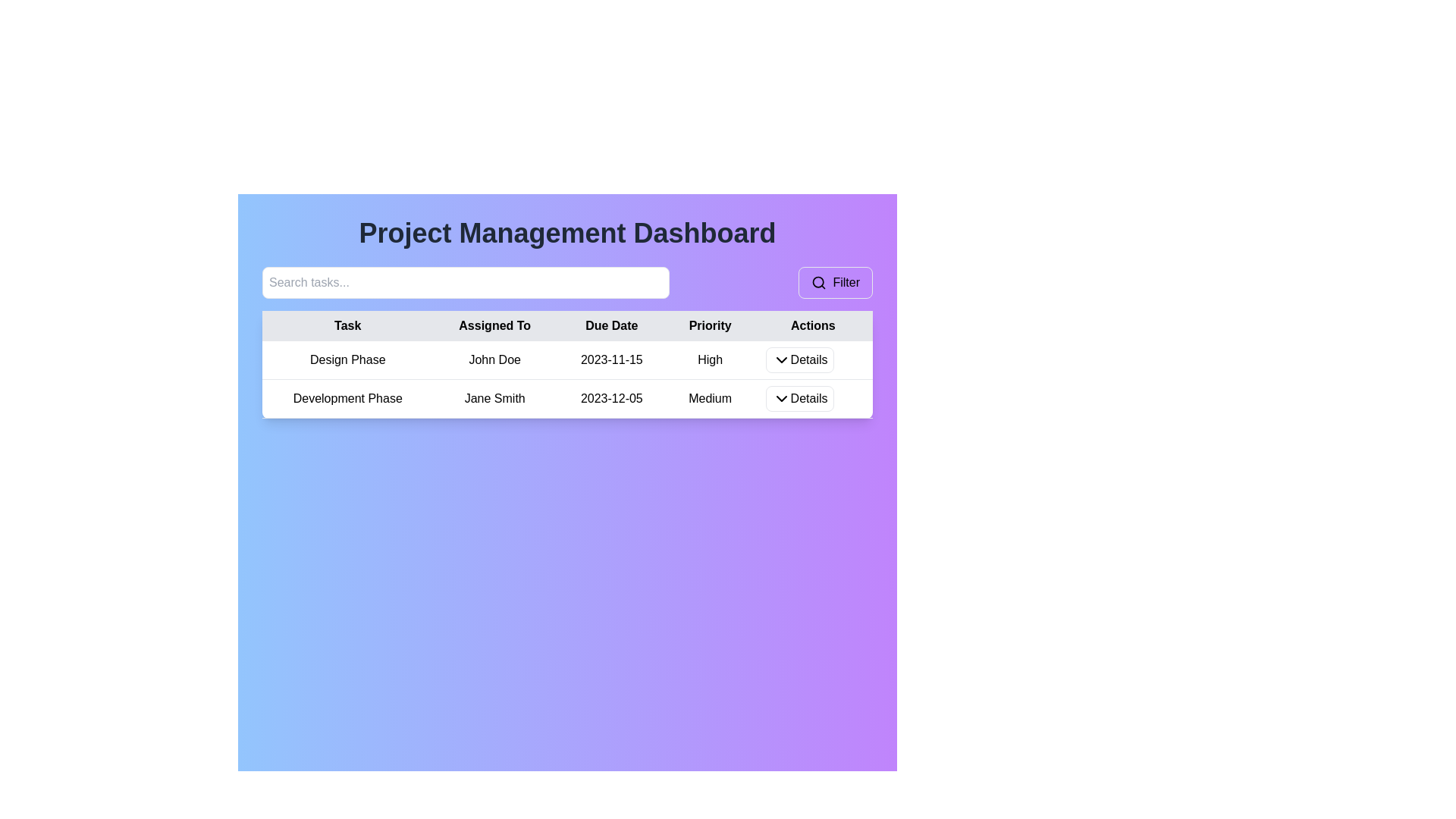 This screenshot has height=819, width=1456. I want to click on the text label displaying the due date for 'Design Phase' assigned to 'John Doe' in the third column of the first row of the 'Project Management Dashboard' table, so click(611, 360).